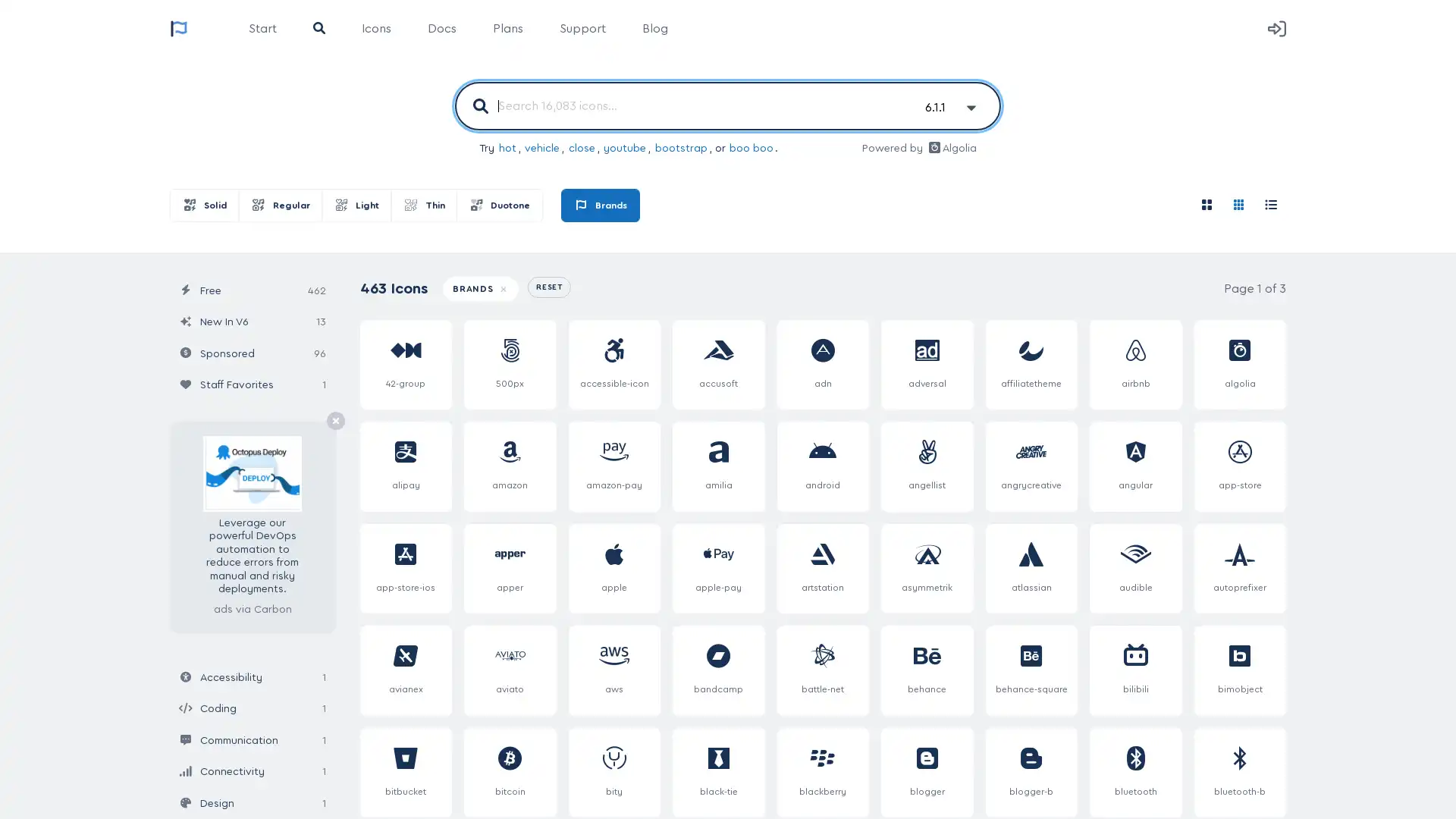 This screenshot has width=1456, height=819. Describe the element at coordinates (614, 475) in the screenshot. I see `amazon-pay` at that location.